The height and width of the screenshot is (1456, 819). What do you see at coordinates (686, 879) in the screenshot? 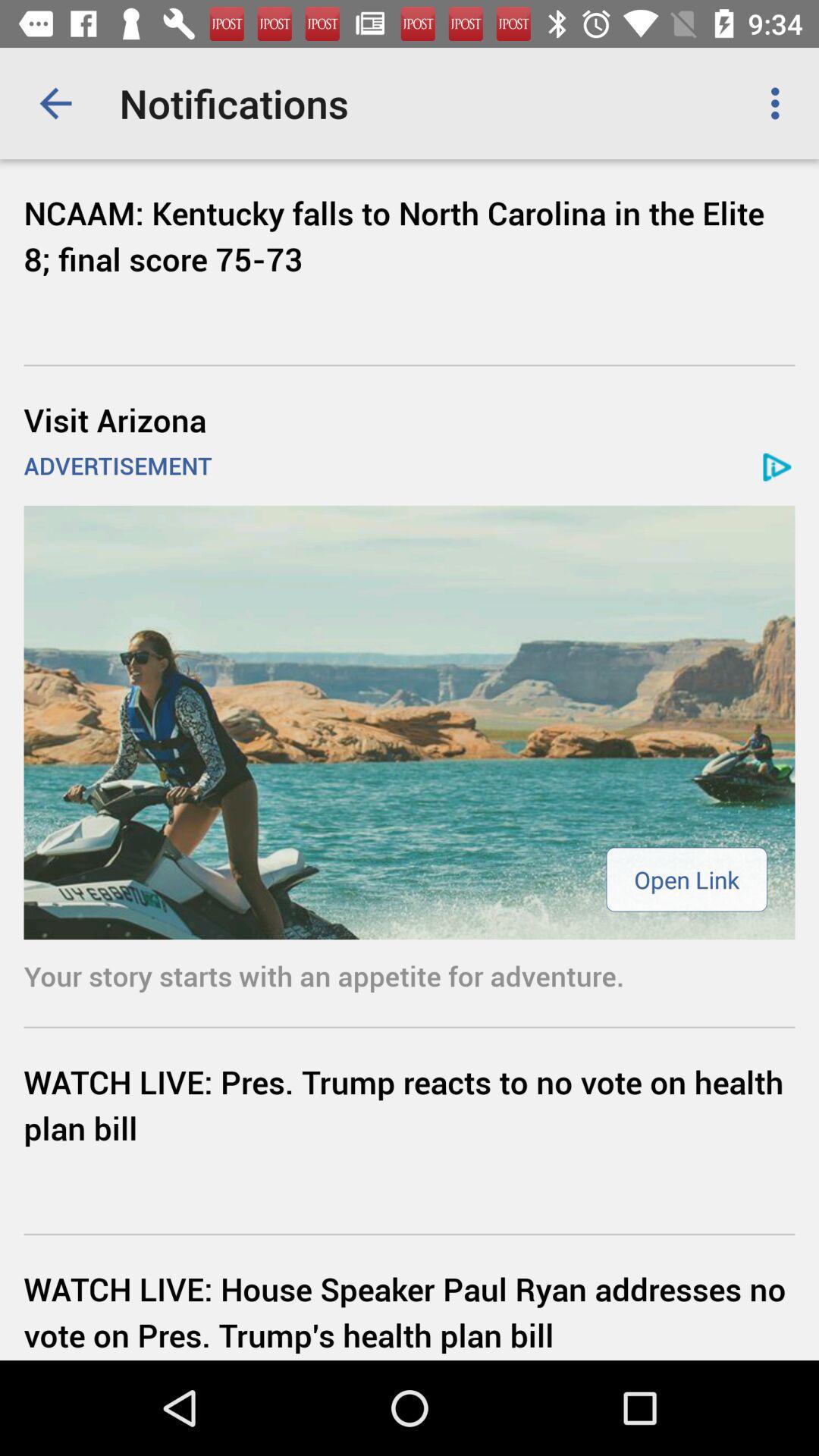
I see `the icon on the right` at bounding box center [686, 879].